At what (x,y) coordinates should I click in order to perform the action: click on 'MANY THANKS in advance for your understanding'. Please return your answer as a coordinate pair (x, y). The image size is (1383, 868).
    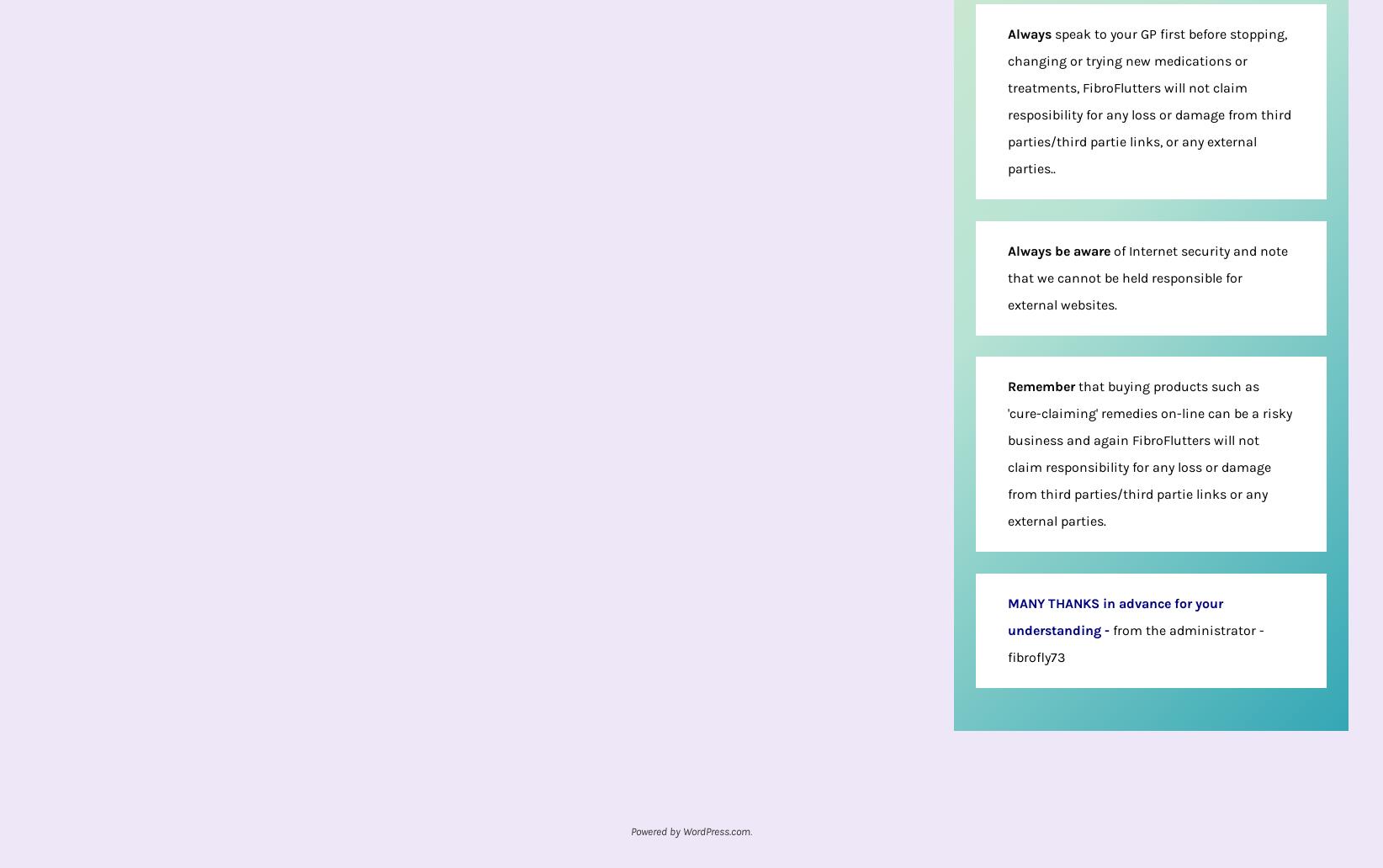
    Looking at the image, I should click on (1115, 615).